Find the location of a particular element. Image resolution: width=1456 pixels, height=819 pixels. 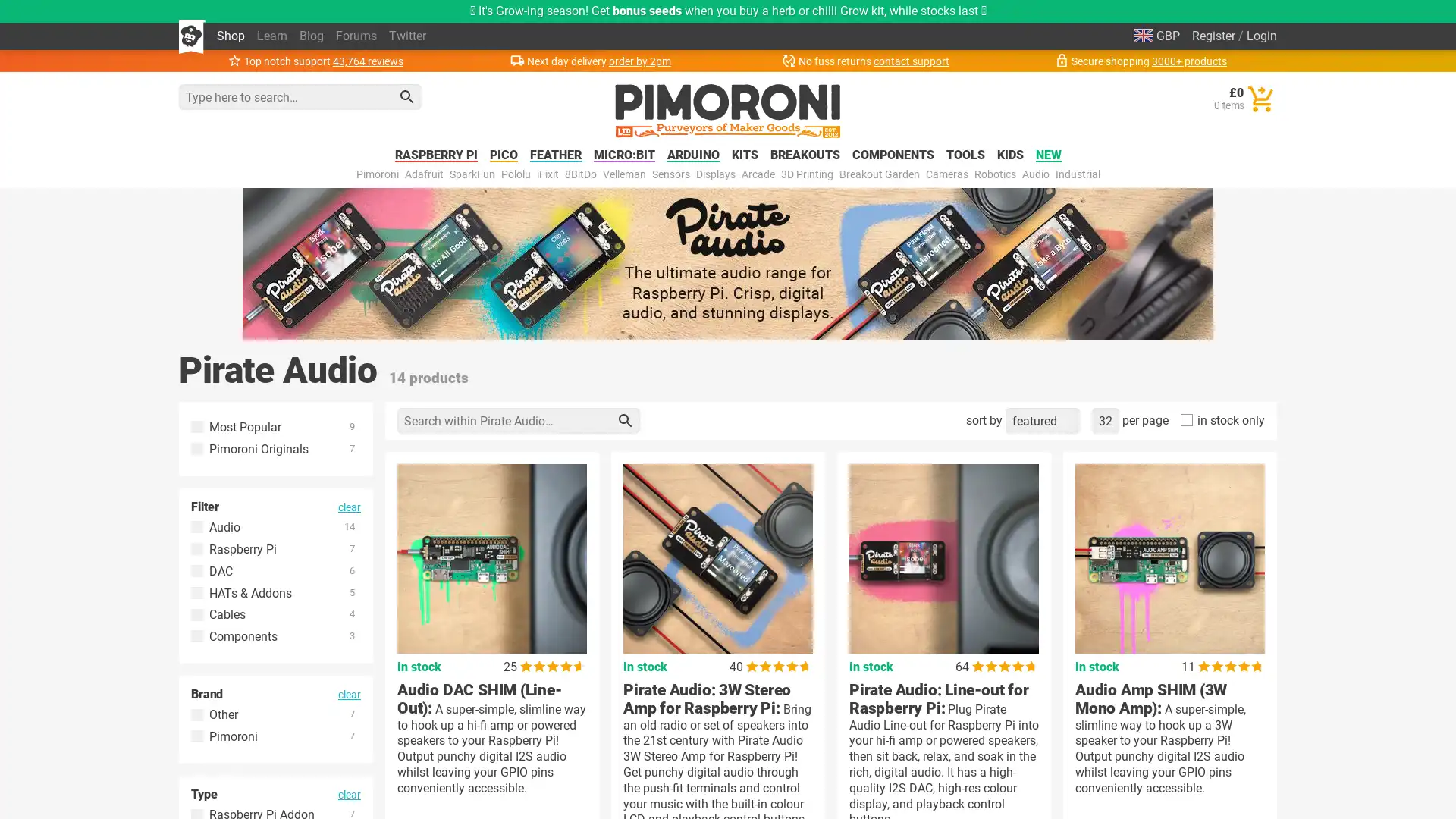

Search within Pirate Audio is located at coordinates (626, 421).